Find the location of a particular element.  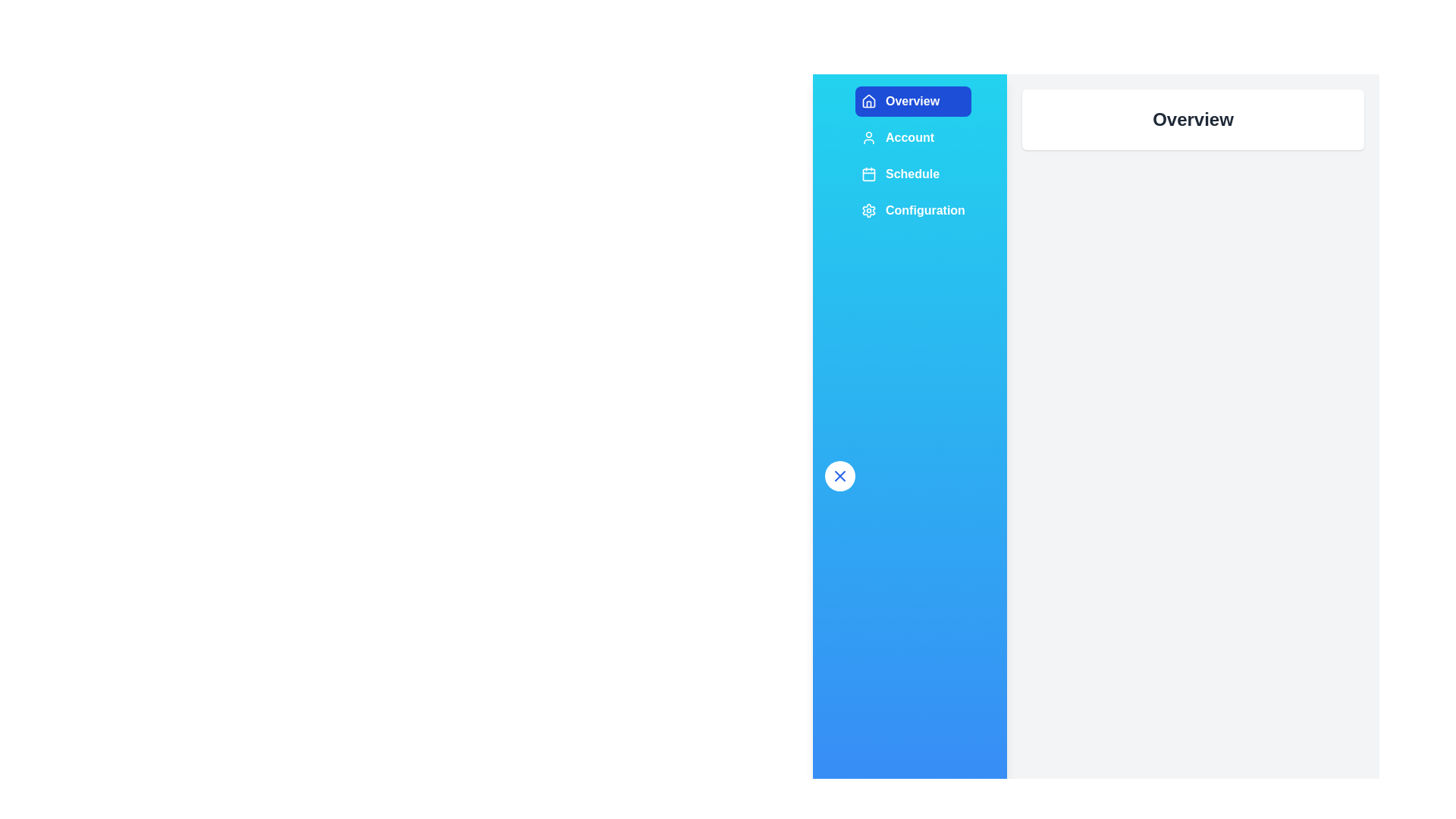

the sidebar section labeled Configuration is located at coordinates (912, 210).